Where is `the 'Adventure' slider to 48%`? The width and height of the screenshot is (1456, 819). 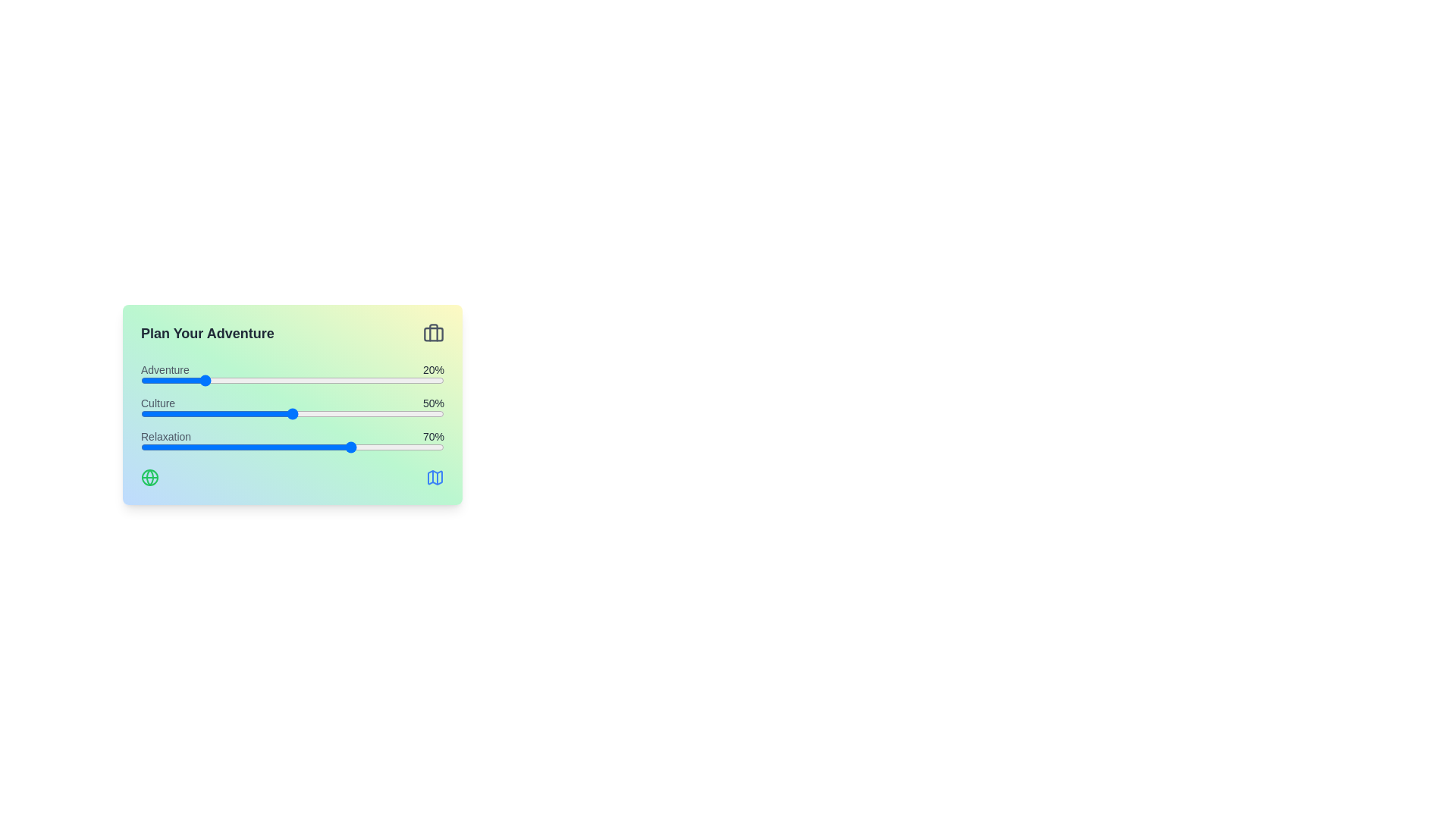 the 'Adventure' slider to 48% is located at coordinates (287, 379).